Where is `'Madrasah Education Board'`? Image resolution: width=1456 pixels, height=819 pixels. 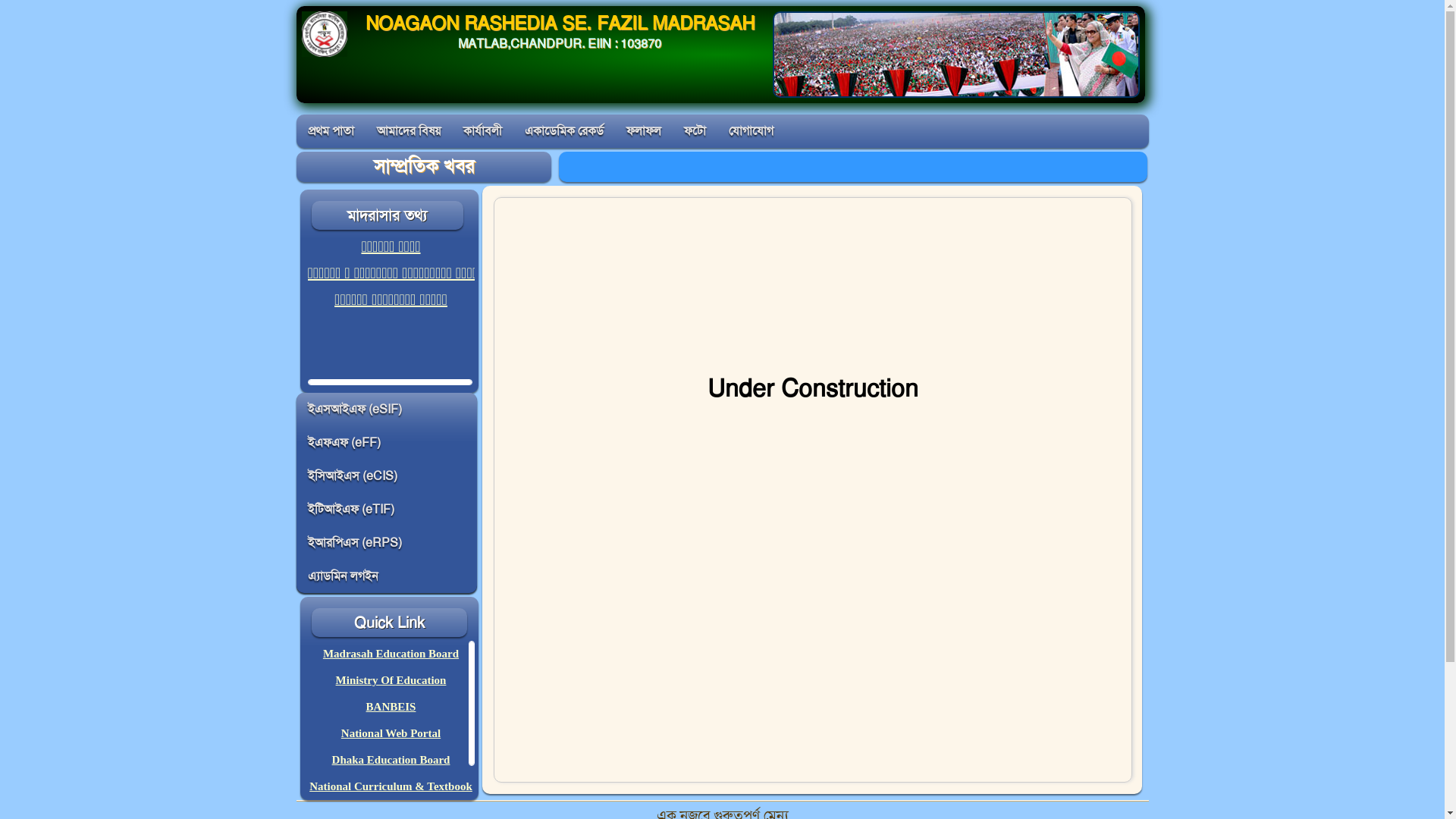 'Madrasah Education Board' is located at coordinates (391, 652).